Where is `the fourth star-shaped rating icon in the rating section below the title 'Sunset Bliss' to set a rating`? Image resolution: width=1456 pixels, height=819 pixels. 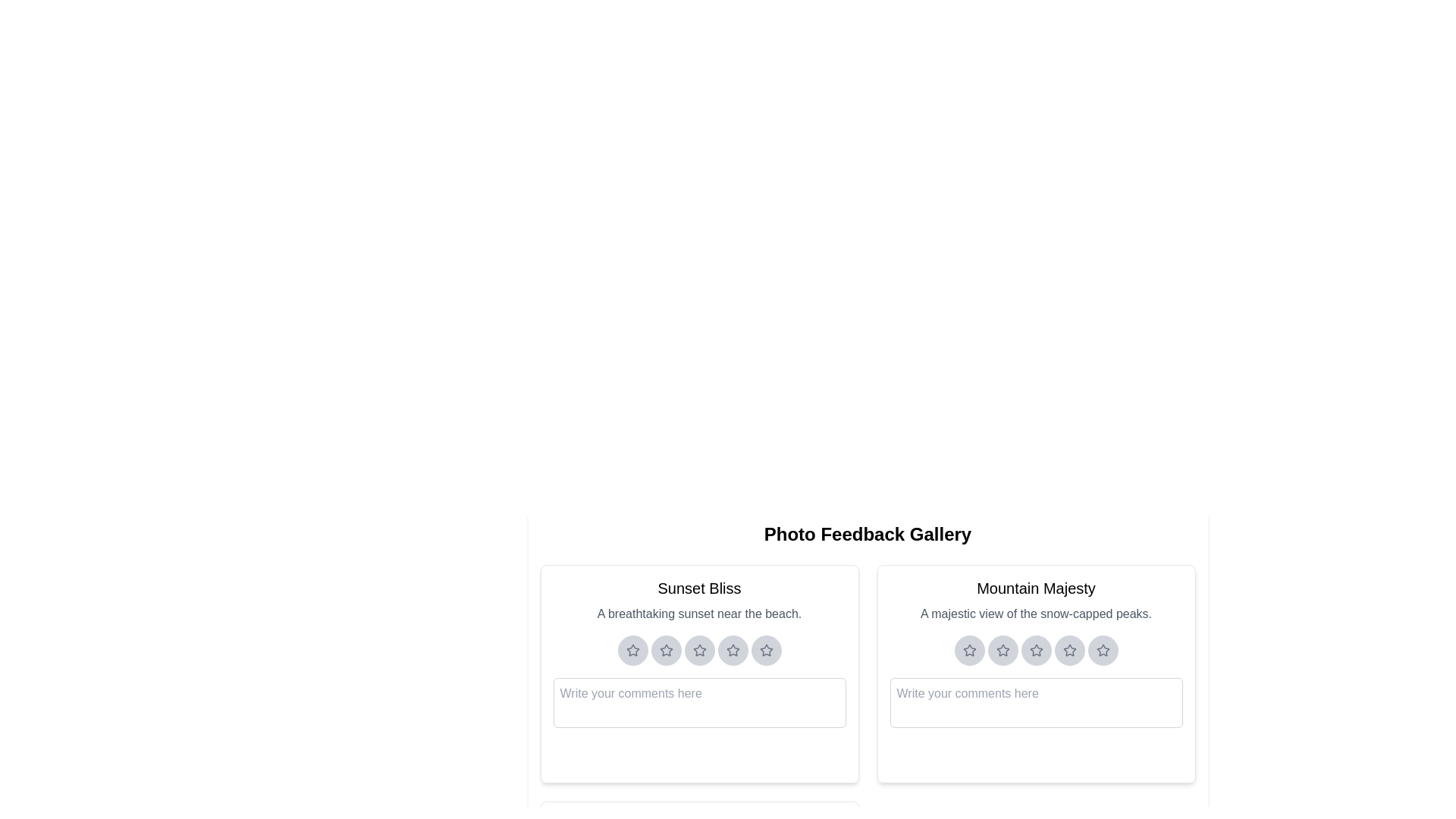 the fourth star-shaped rating icon in the rating section below the title 'Sunset Bliss' to set a rating is located at coordinates (733, 649).